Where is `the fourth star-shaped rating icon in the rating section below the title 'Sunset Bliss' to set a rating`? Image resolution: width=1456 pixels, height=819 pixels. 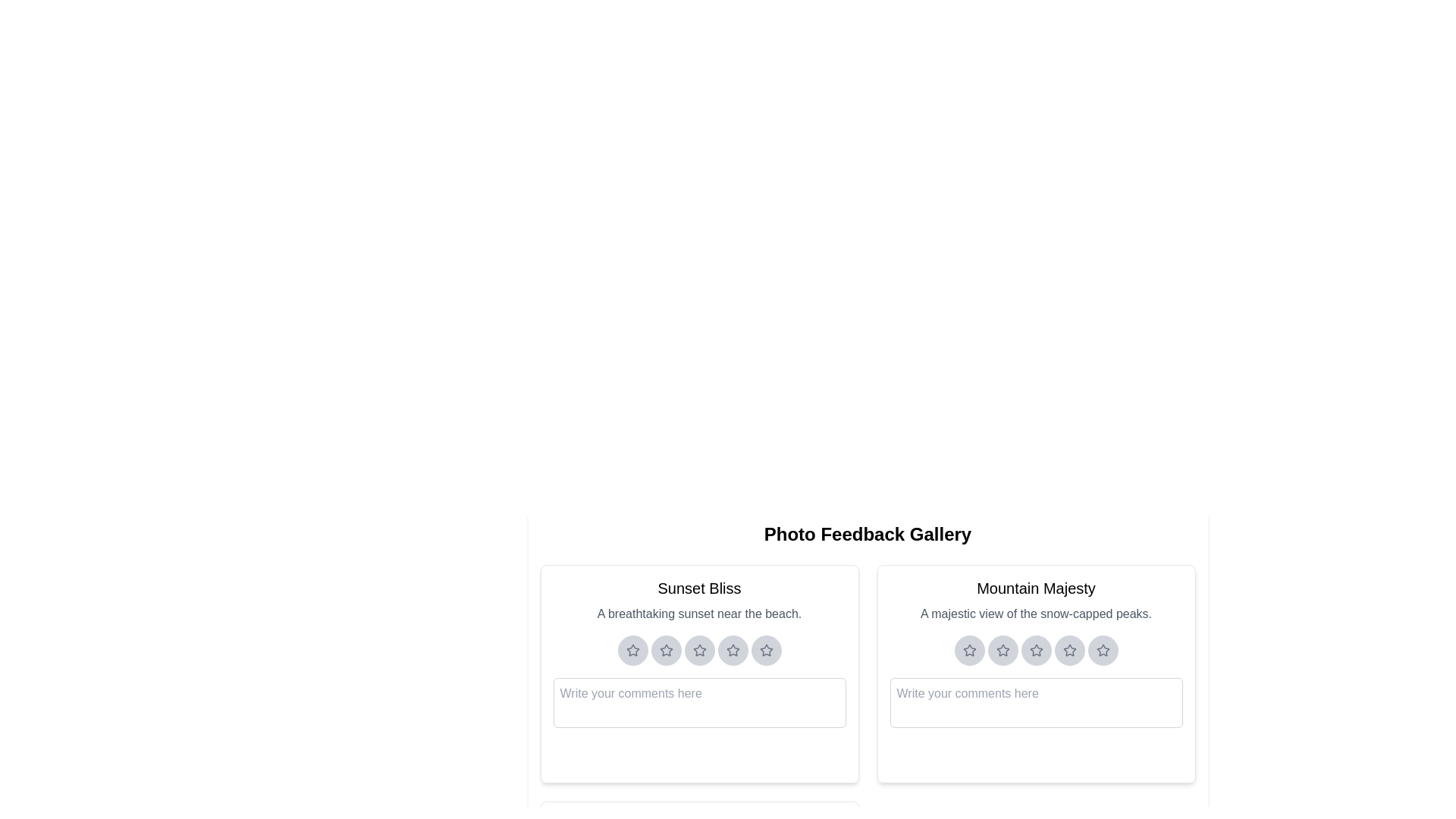 the fourth star-shaped rating icon in the rating section below the title 'Sunset Bliss' to set a rating is located at coordinates (733, 649).